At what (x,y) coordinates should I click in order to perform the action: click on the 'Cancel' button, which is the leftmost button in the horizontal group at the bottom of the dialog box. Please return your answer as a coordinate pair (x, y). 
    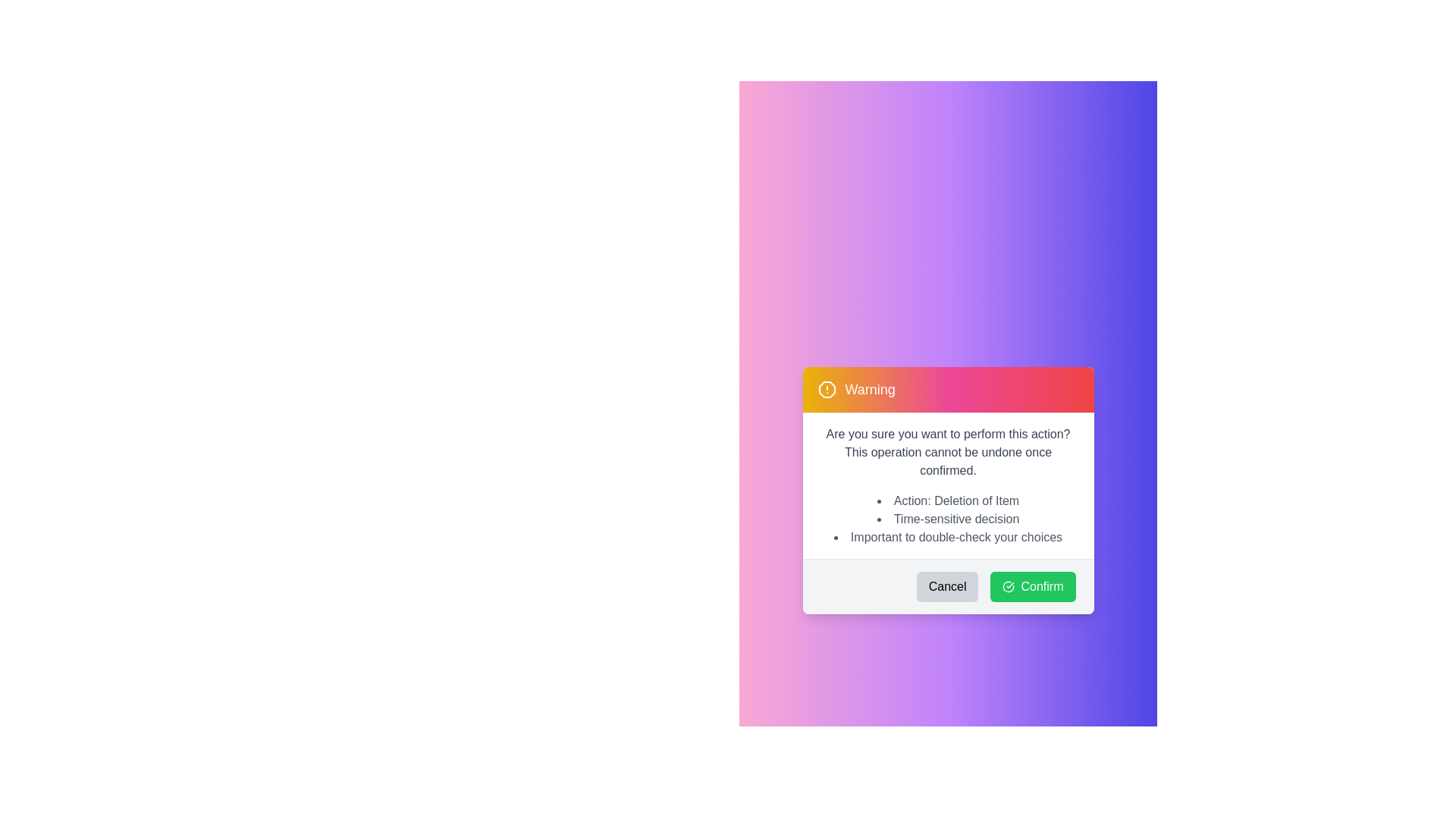
    Looking at the image, I should click on (946, 586).